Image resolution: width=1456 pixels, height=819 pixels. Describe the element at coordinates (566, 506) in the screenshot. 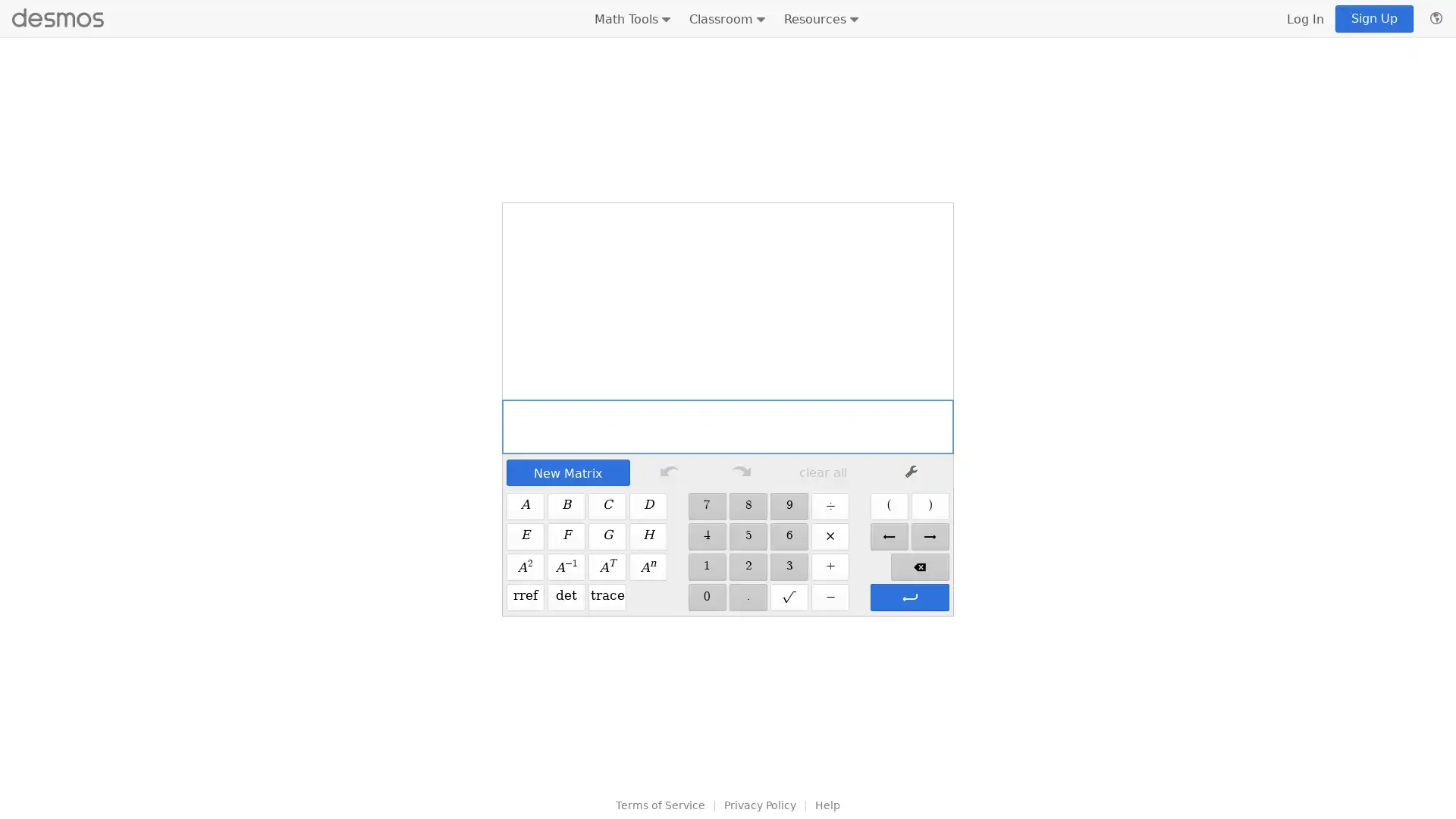

I see `B` at that location.